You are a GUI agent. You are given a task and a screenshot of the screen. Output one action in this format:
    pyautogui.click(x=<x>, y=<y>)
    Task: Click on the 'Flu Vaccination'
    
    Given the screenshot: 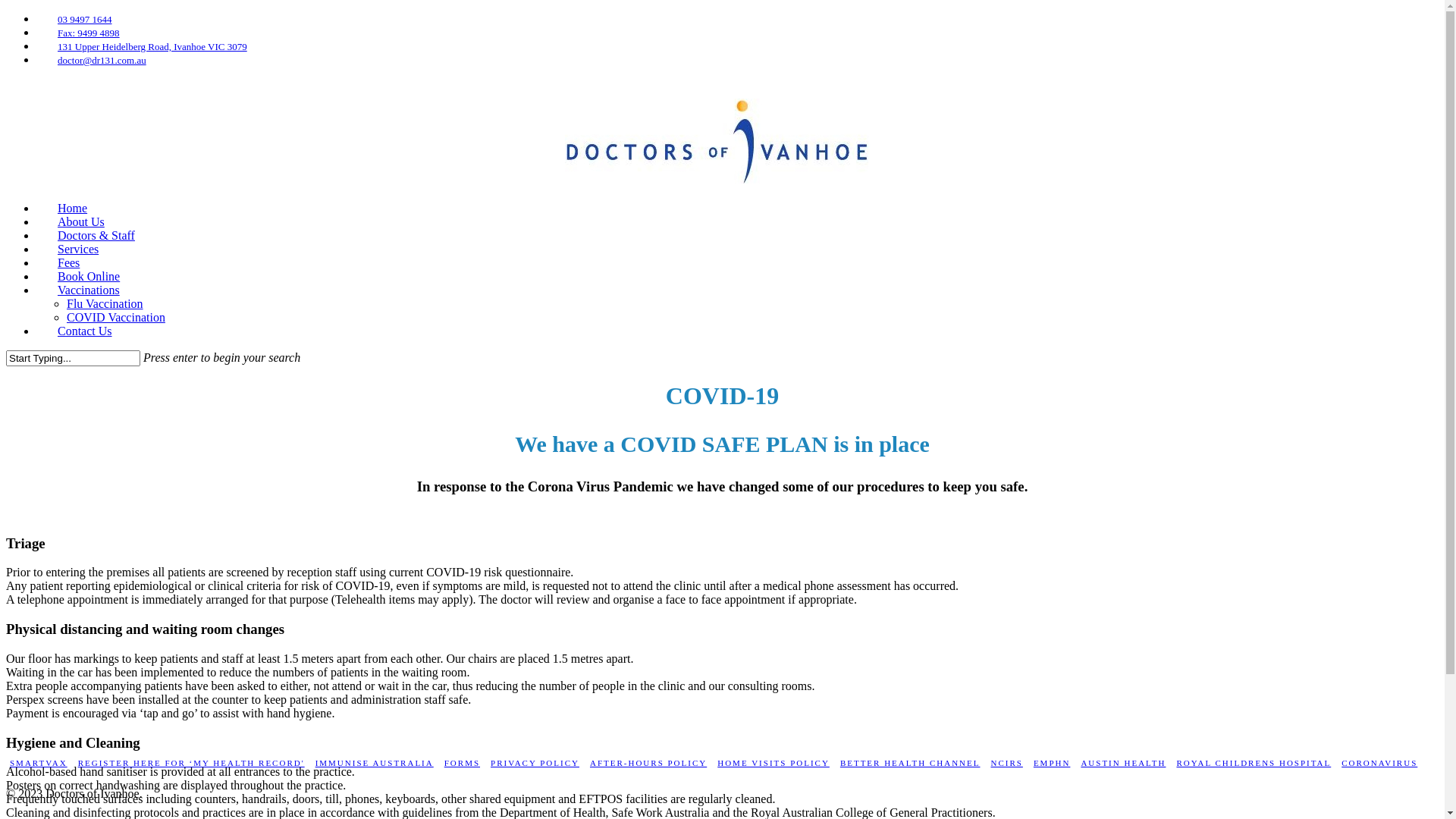 What is the action you would take?
    pyautogui.click(x=104, y=303)
    